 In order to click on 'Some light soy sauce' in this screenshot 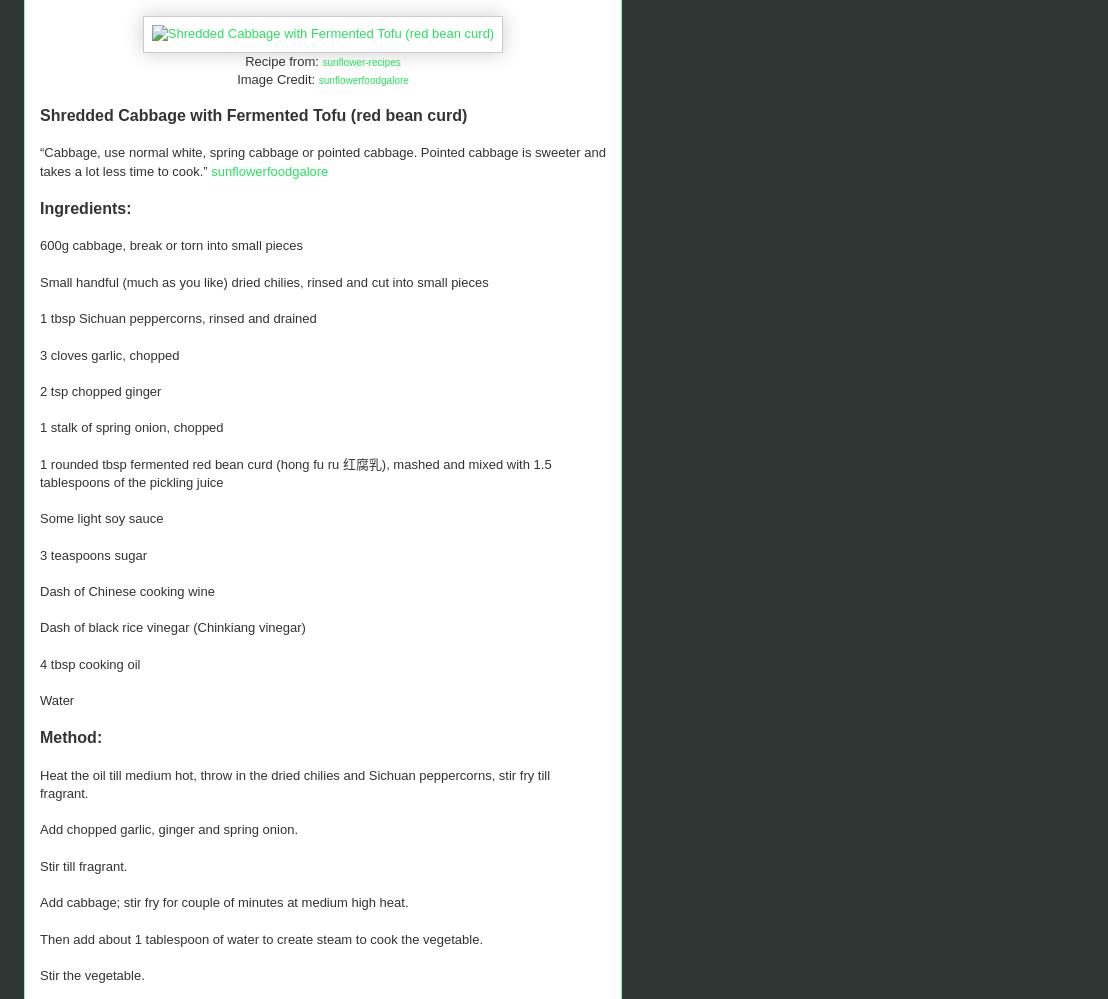, I will do `click(101, 517)`.